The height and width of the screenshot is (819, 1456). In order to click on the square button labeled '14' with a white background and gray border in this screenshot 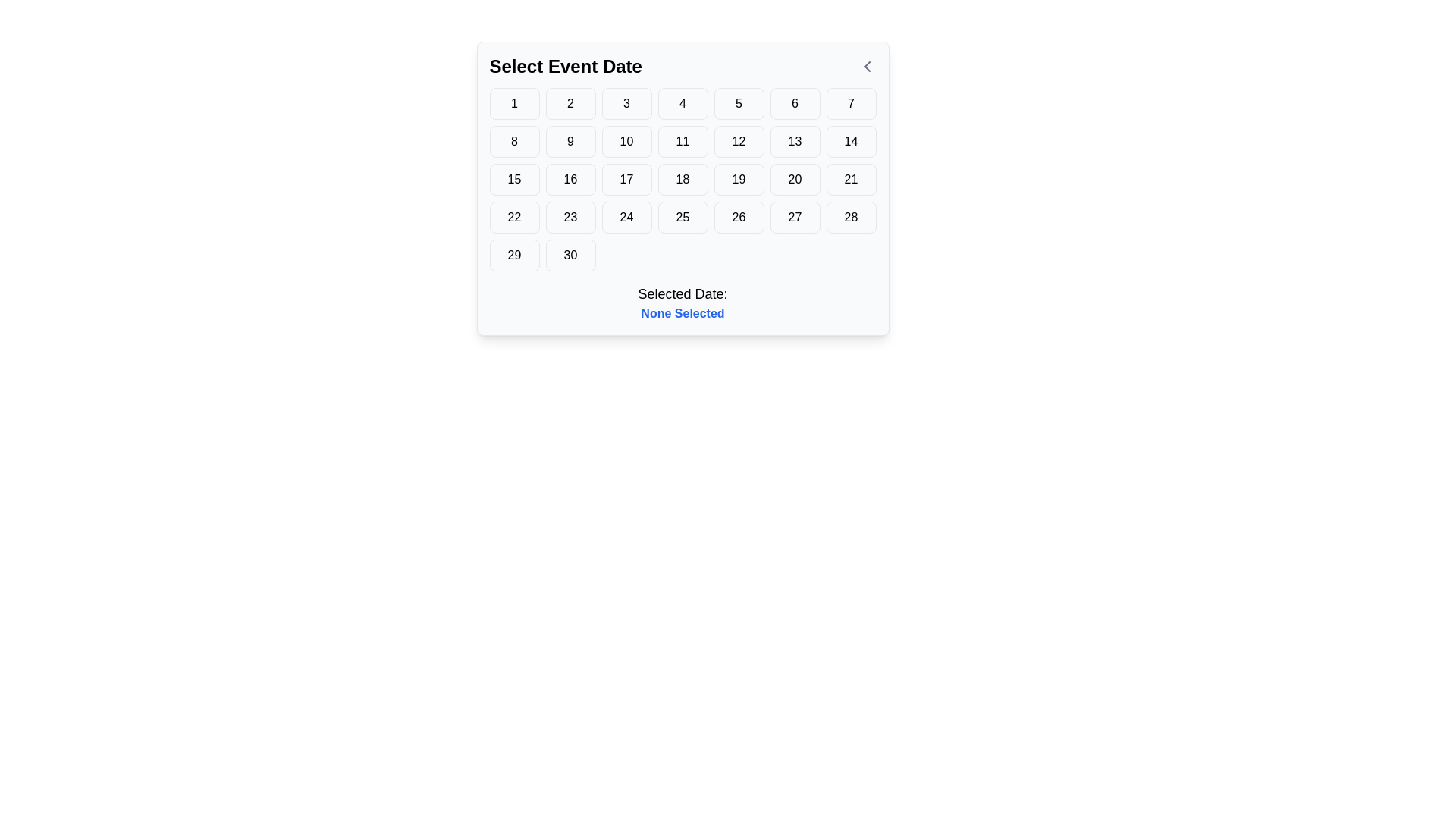, I will do `click(851, 141)`.